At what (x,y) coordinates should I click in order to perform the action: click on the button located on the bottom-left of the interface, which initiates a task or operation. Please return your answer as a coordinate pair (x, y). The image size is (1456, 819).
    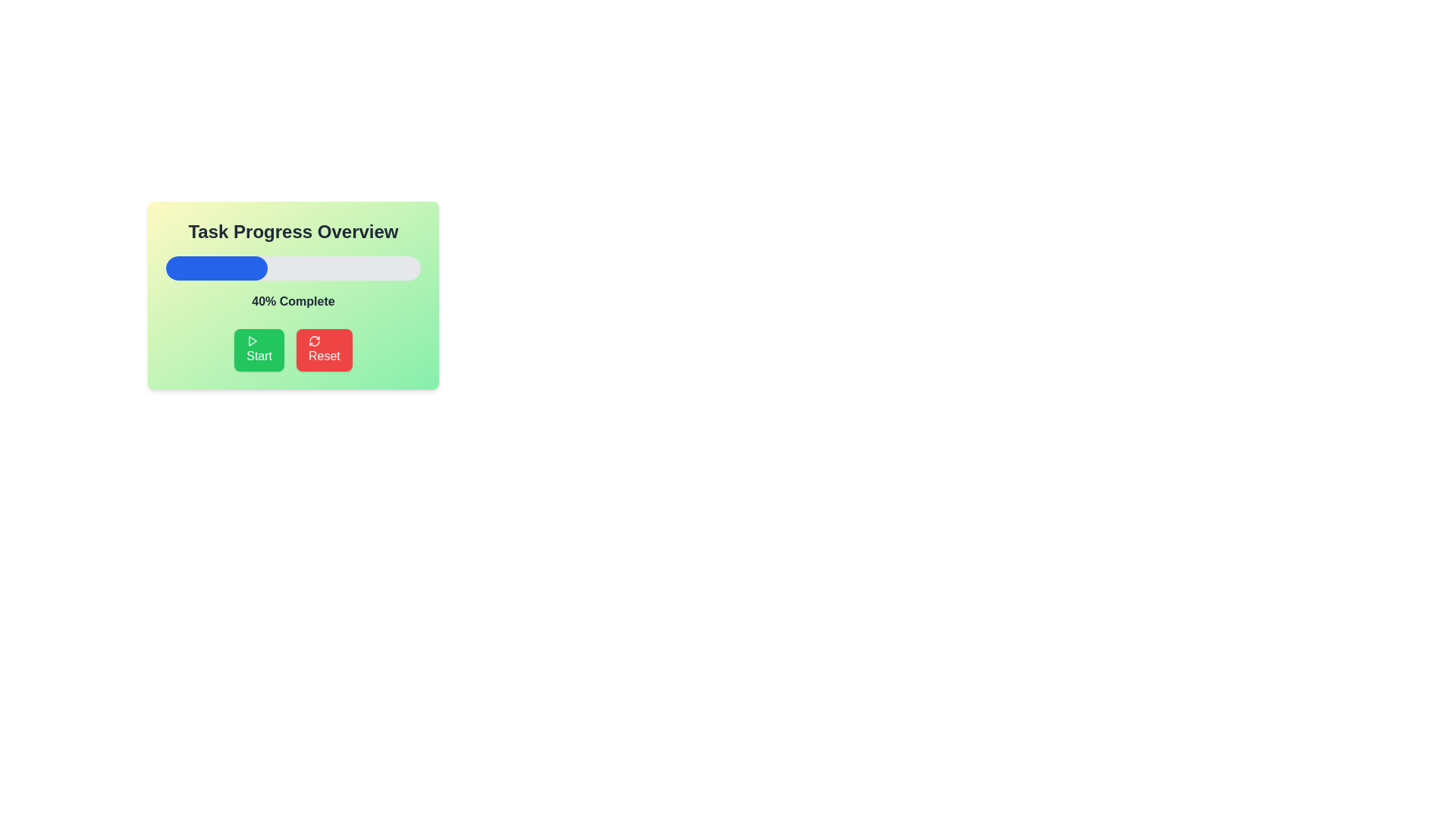
    Looking at the image, I should click on (259, 350).